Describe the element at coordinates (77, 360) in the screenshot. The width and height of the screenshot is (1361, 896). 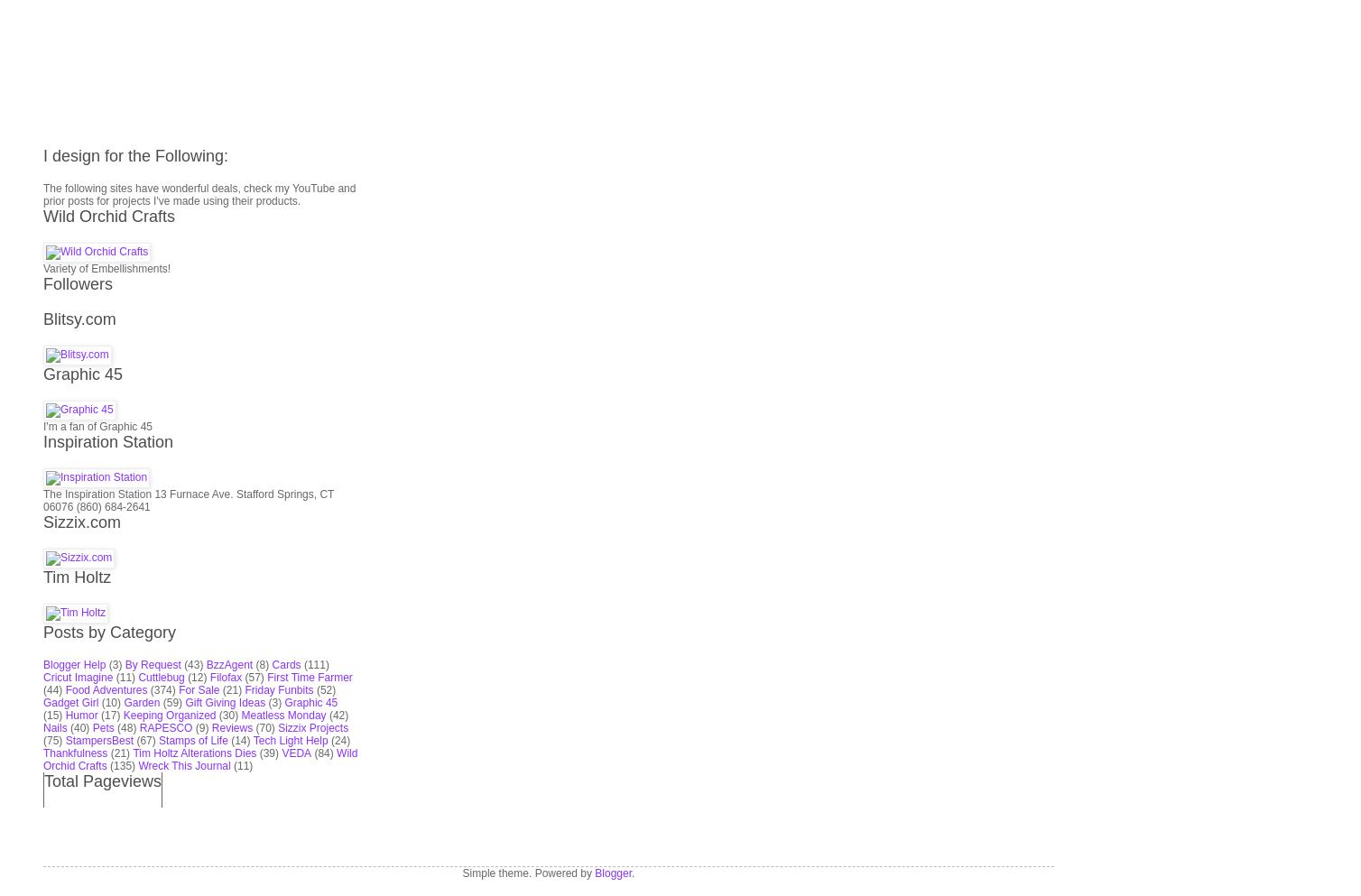
I see `'Tim Holtz'` at that location.